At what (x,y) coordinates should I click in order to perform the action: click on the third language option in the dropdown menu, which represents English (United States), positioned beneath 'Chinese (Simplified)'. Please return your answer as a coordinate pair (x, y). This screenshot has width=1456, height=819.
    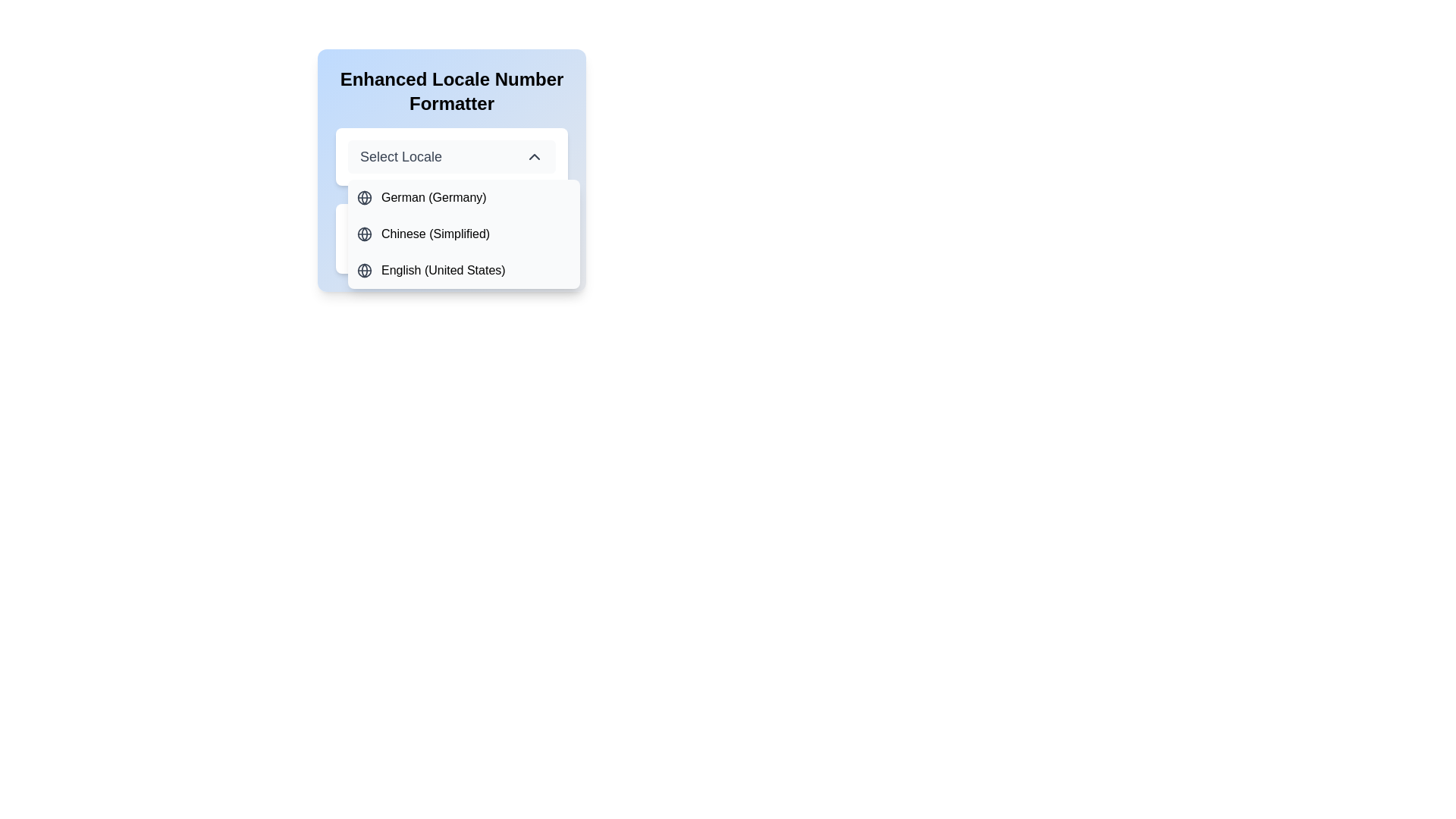
    Looking at the image, I should click on (442, 270).